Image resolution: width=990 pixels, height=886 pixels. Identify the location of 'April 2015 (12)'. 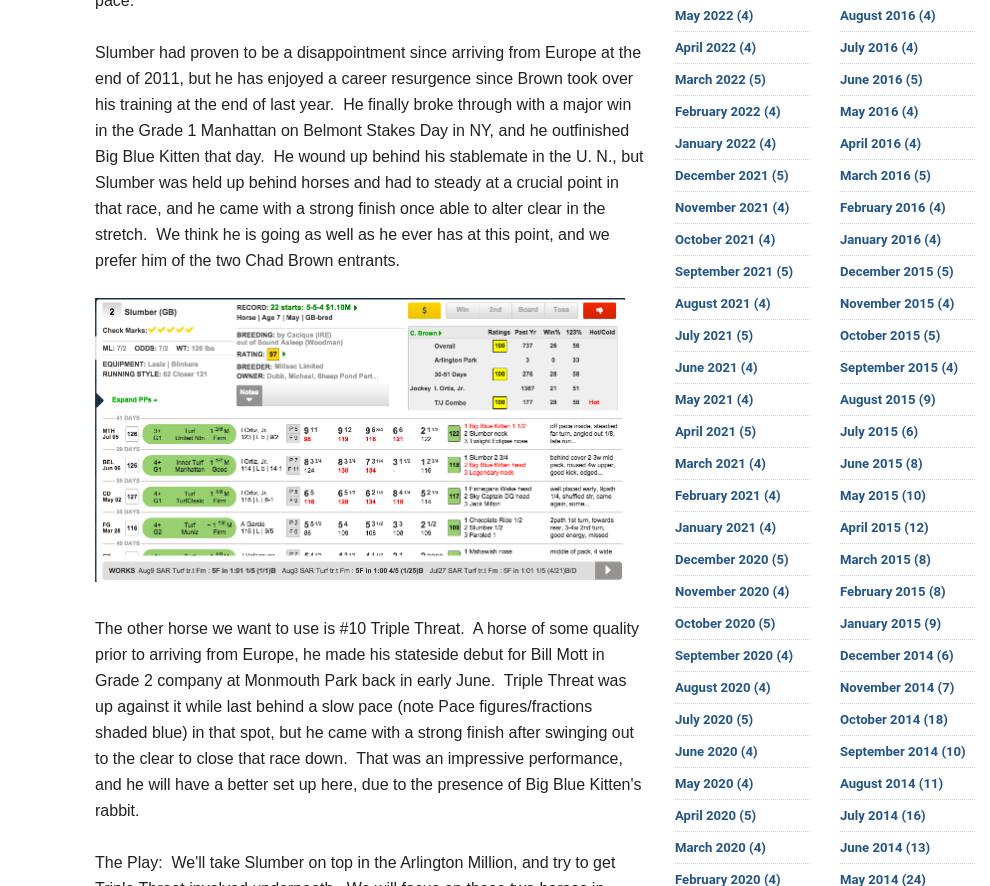
(883, 526).